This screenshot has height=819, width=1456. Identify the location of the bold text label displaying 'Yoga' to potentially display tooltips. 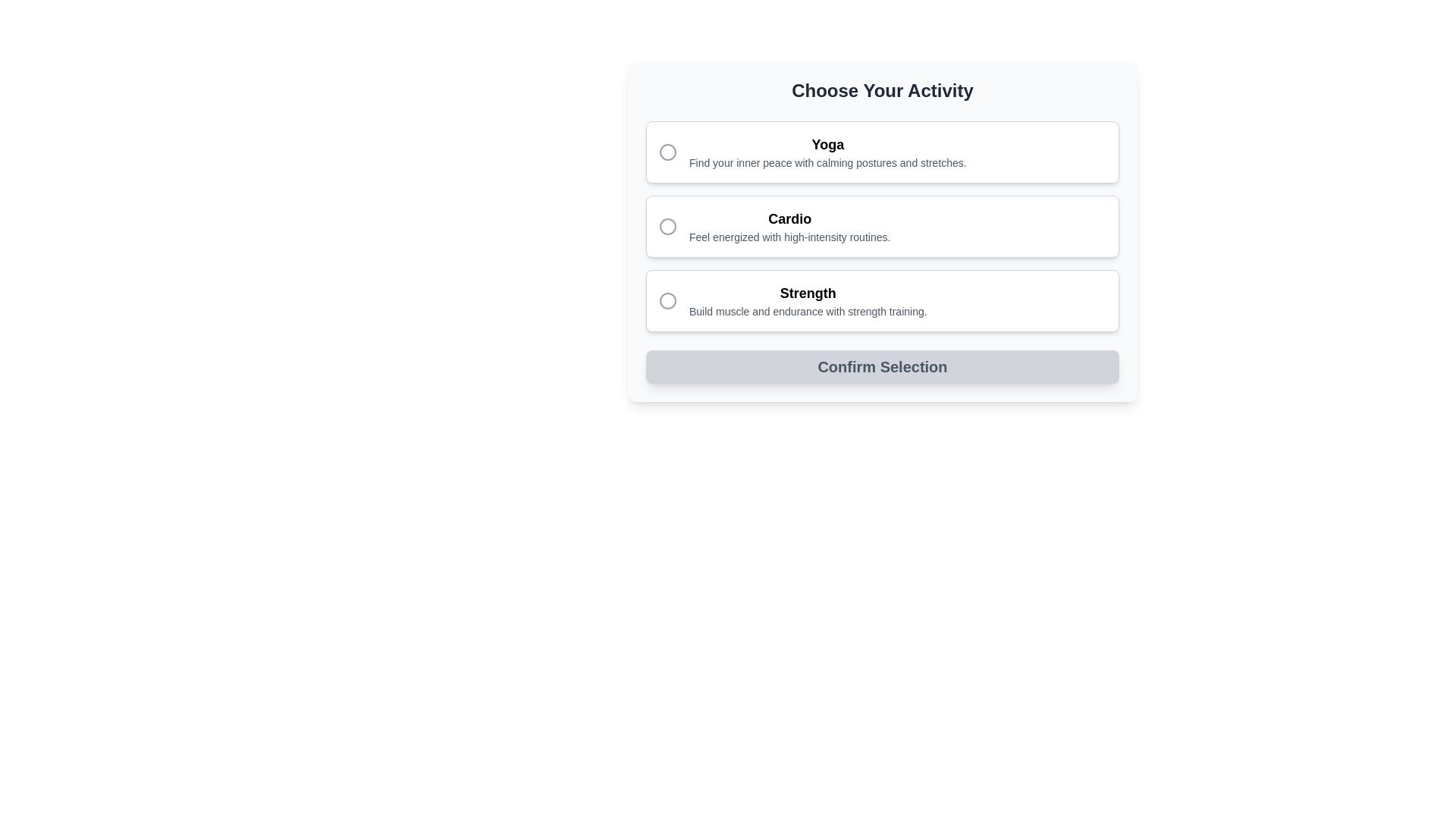
(827, 145).